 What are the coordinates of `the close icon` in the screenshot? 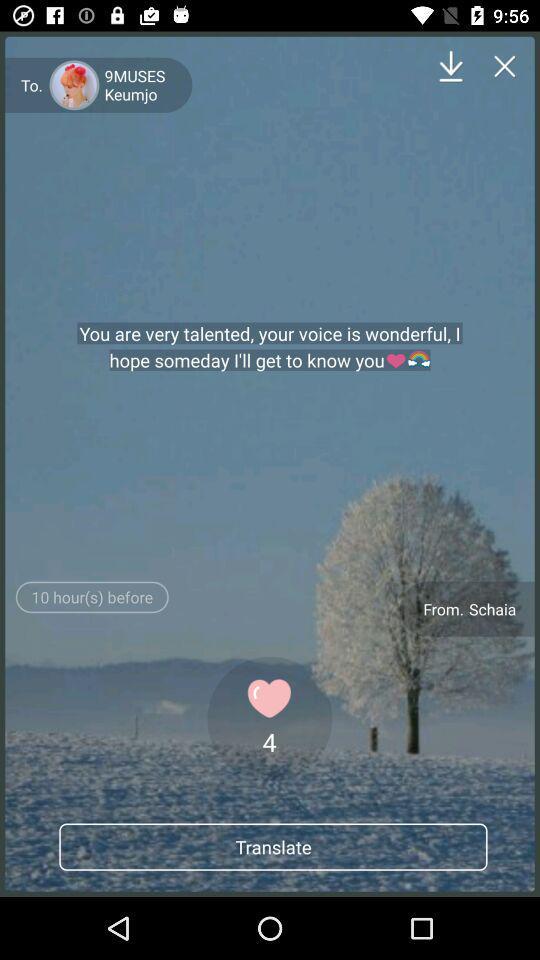 It's located at (504, 66).